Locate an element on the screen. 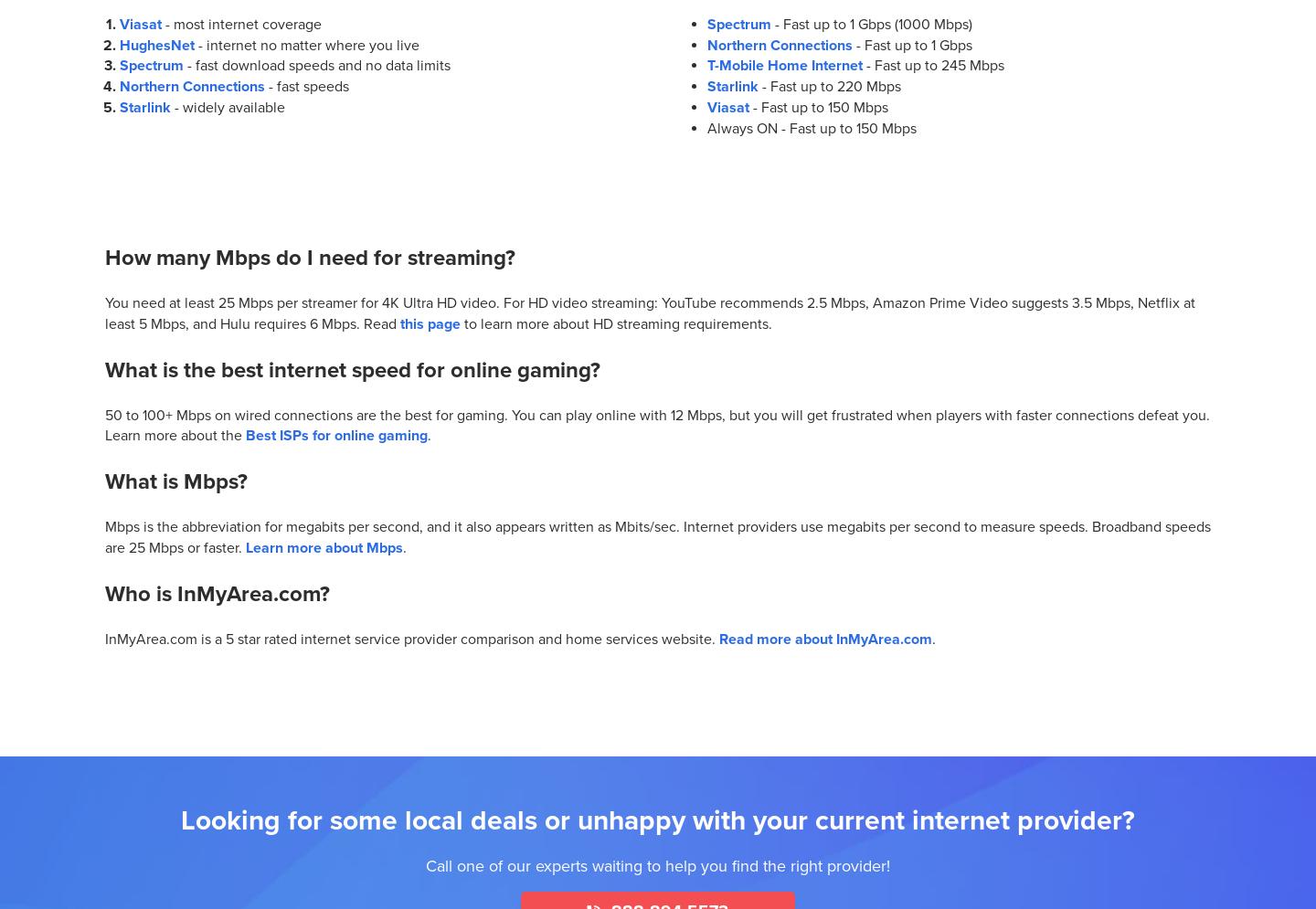  'Learn more about Mbps' is located at coordinates (324, 546).